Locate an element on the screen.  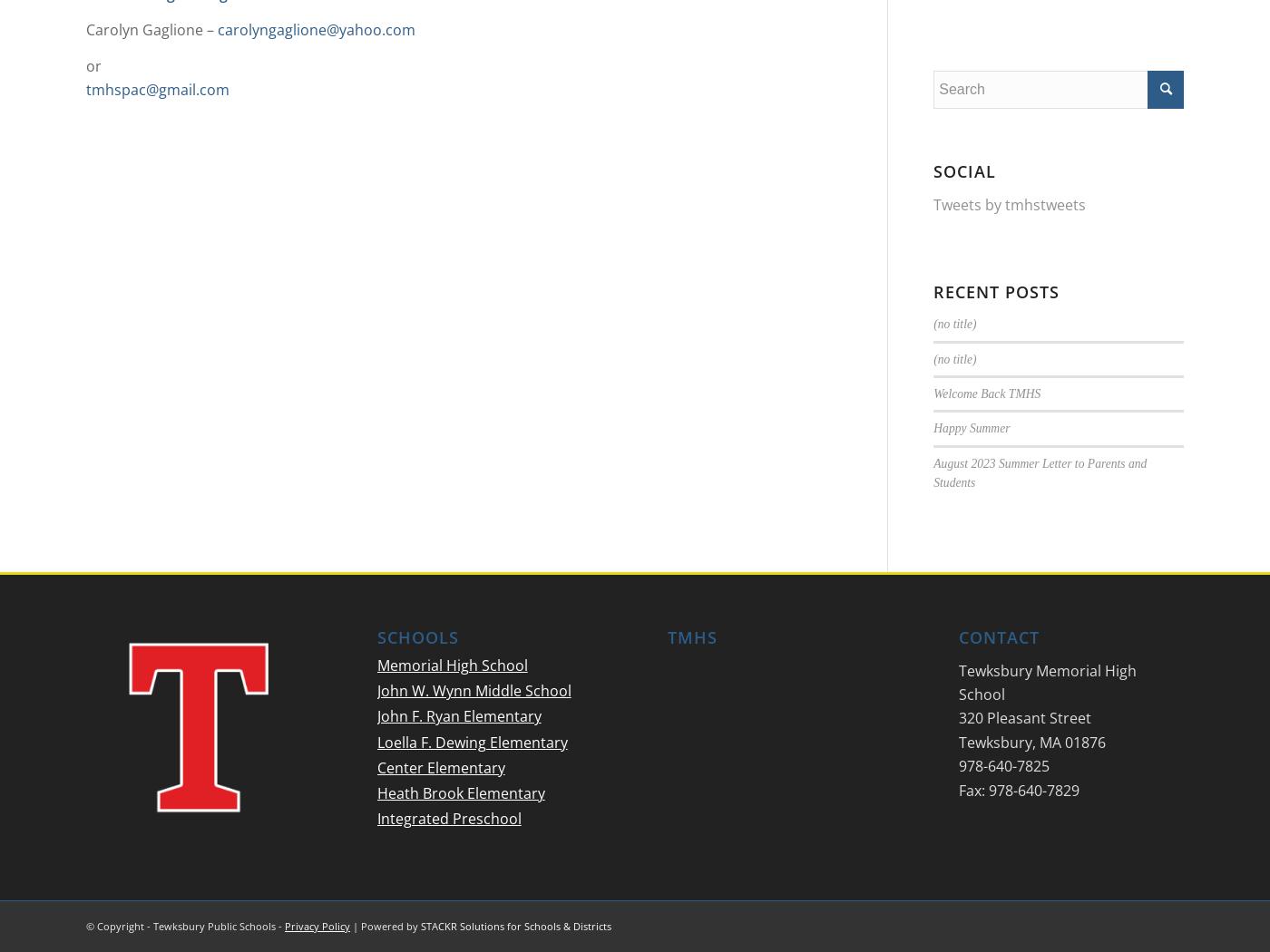
'Tewksbury, MA 01876' is located at coordinates (1031, 740).